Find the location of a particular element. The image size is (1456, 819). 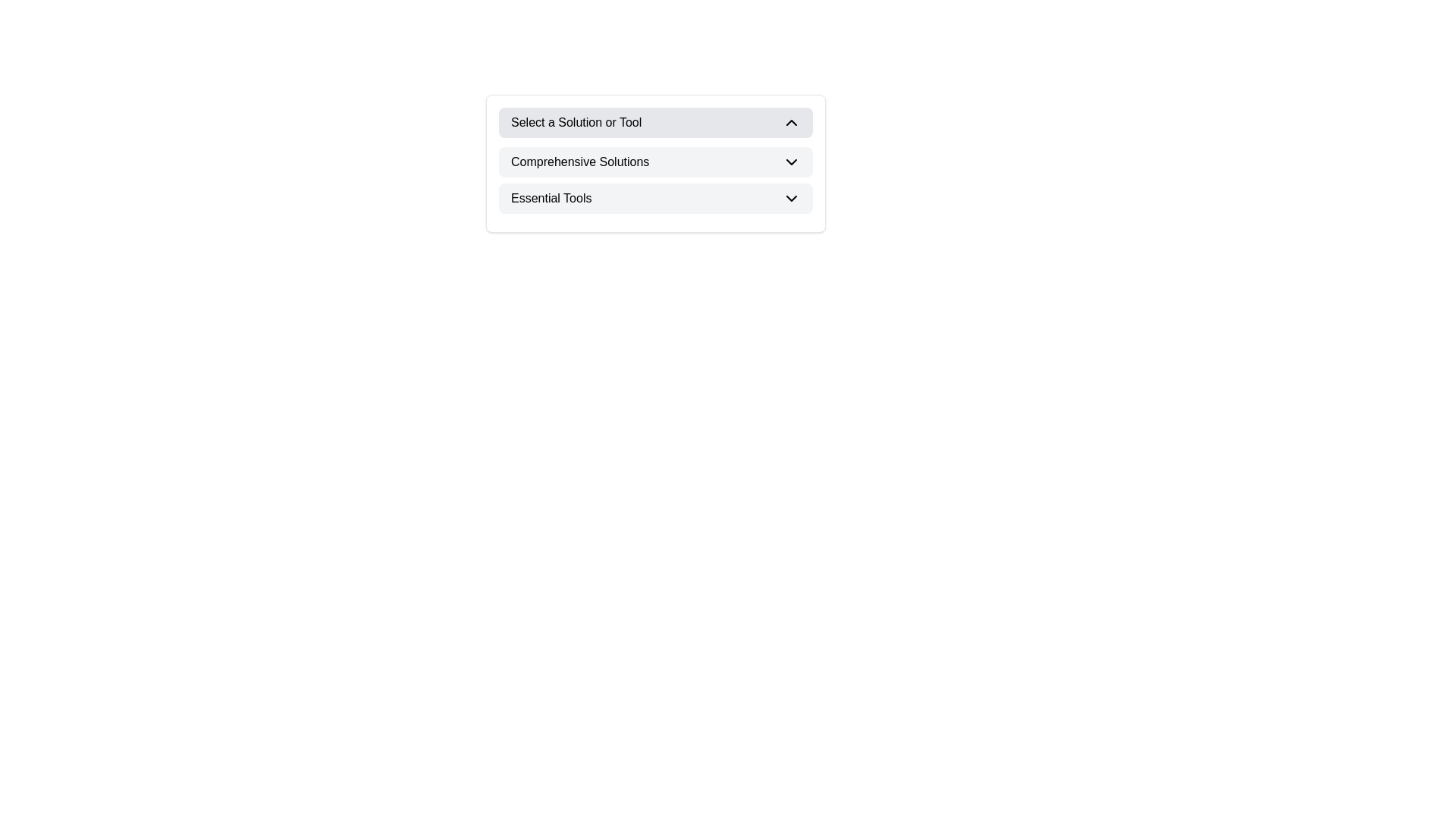

the dropdown menu button located at the center of the interface, above the 'Comprehensive Solutions' and 'Essential Tools' buttons, to navigate is located at coordinates (655, 122).